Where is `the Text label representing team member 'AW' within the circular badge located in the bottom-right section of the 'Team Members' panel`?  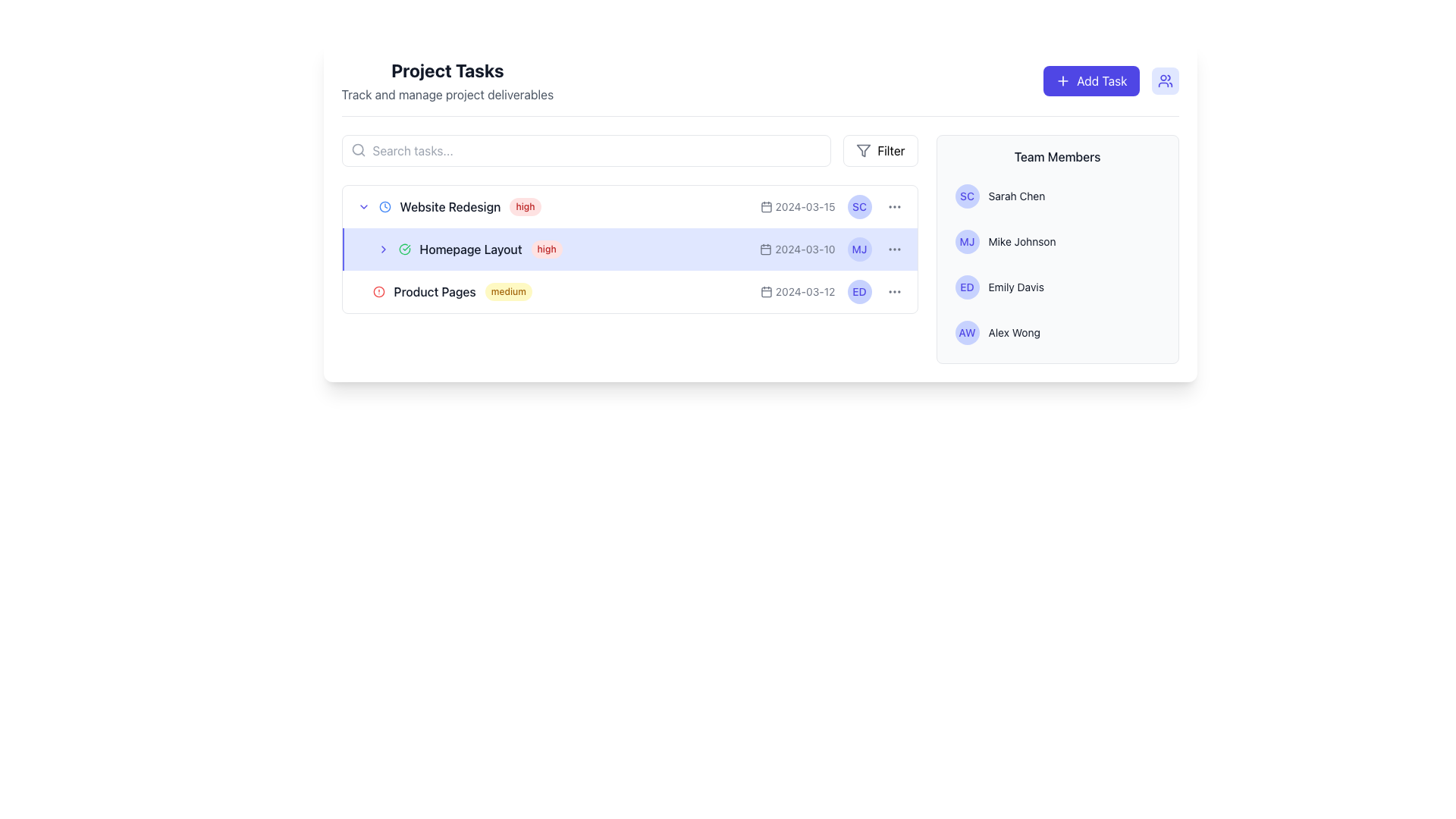 the Text label representing team member 'AW' within the circular badge located in the bottom-right section of the 'Team Members' panel is located at coordinates (966, 332).